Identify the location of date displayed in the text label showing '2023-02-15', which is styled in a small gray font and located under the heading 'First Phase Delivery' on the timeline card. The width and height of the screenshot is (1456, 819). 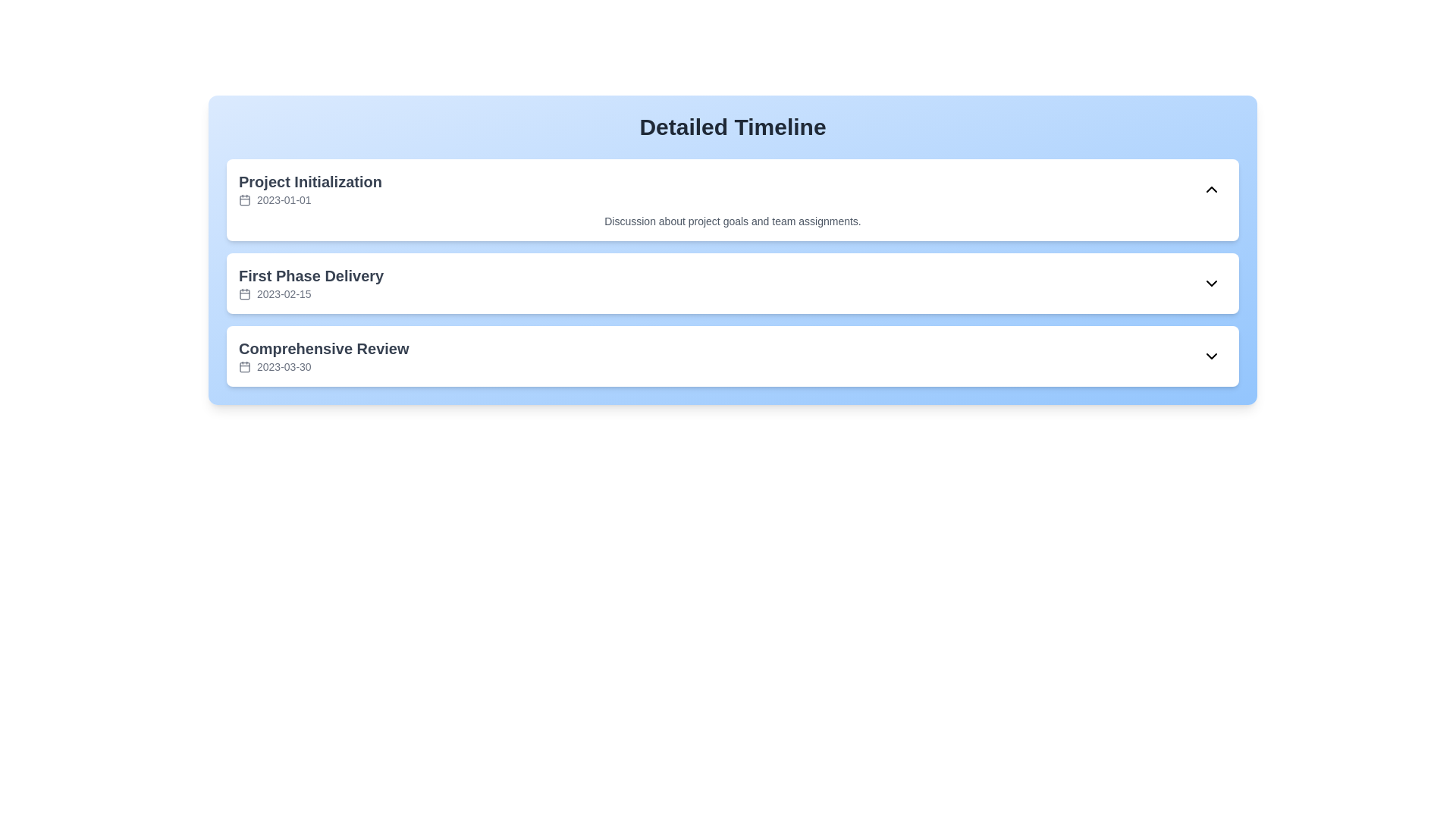
(284, 294).